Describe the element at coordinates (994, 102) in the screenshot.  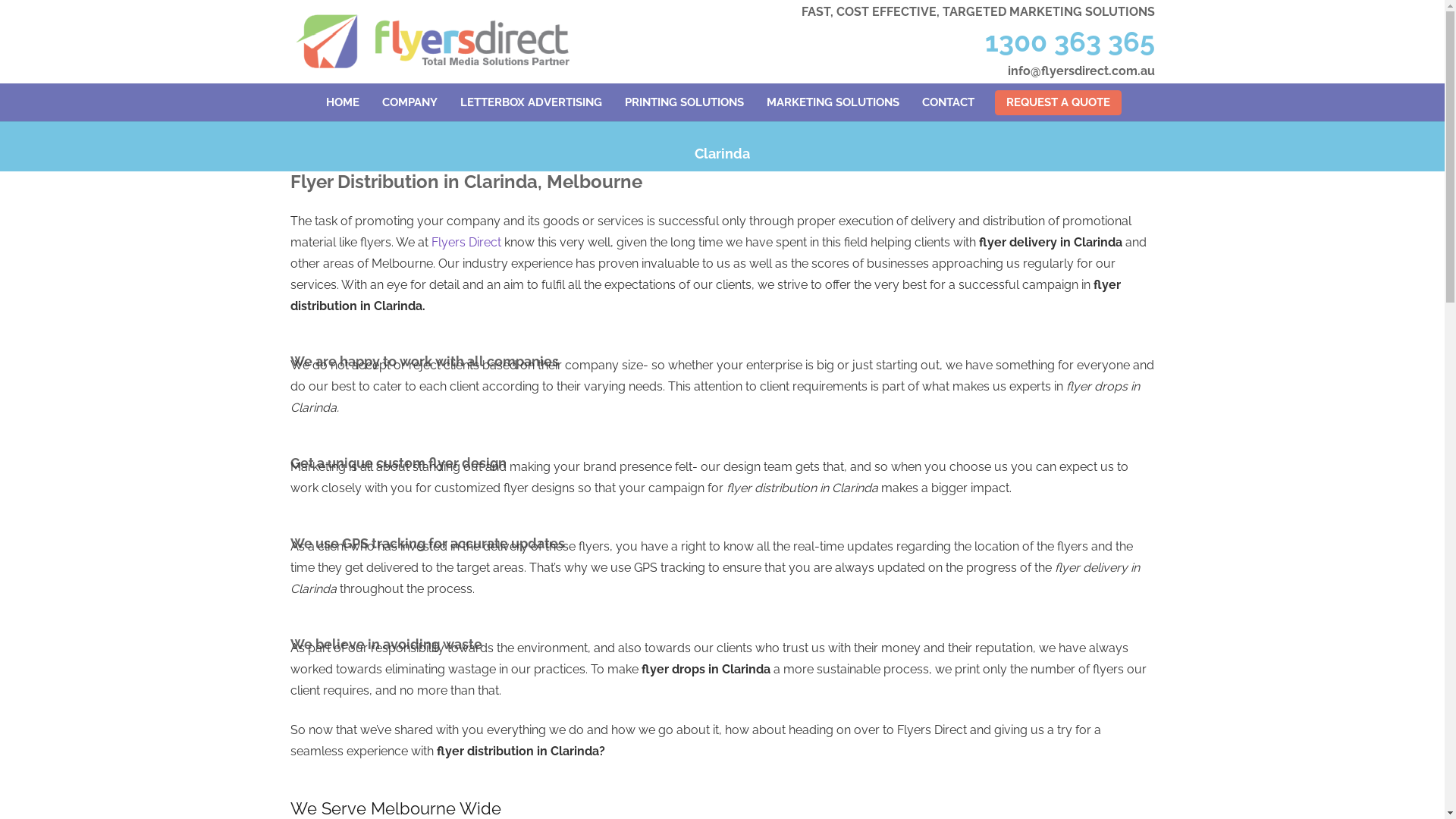
I see `'REQUEST A QUOTE'` at that location.